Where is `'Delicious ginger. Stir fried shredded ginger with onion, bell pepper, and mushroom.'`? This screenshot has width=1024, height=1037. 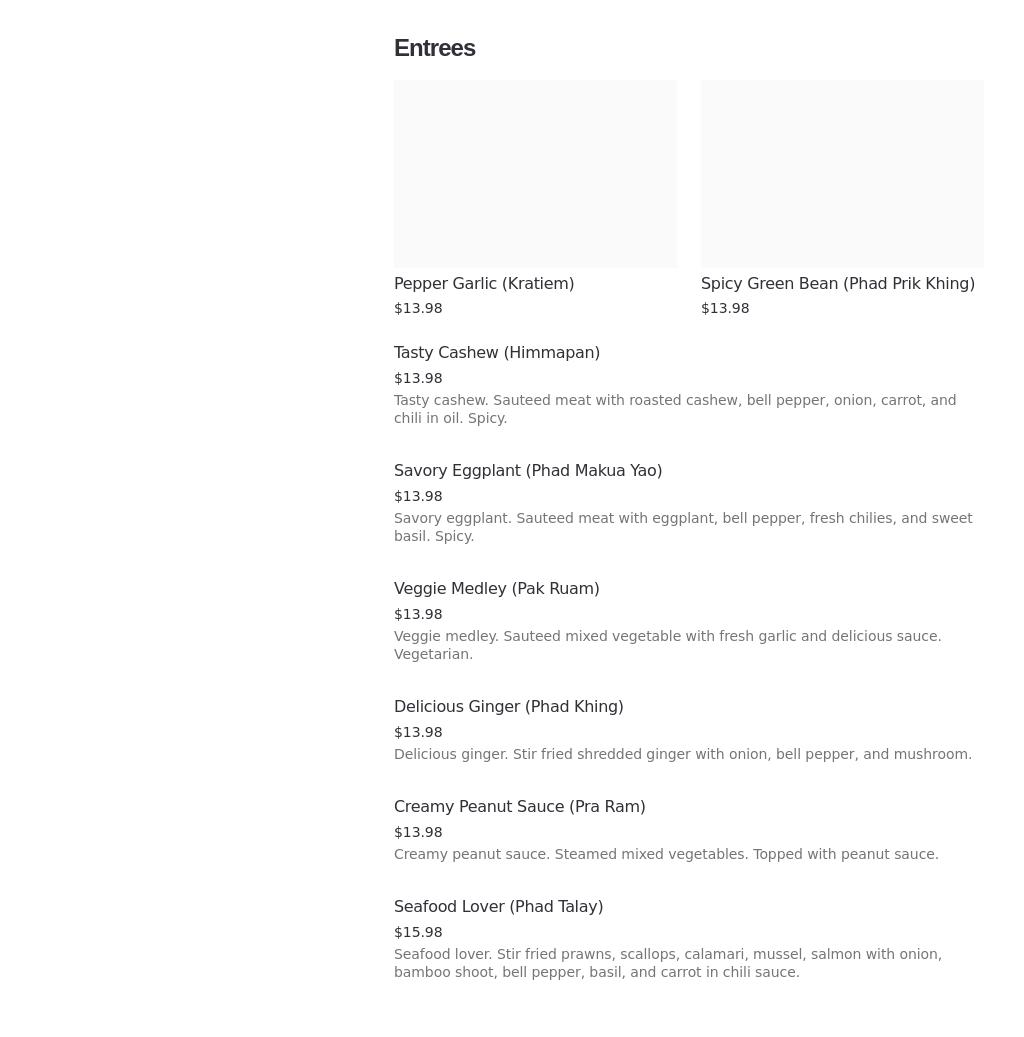
'Delicious ginger. Stir fried shredded ginger with onion, bell pepper, and mushroom.' is located at coordinates (683, 754).